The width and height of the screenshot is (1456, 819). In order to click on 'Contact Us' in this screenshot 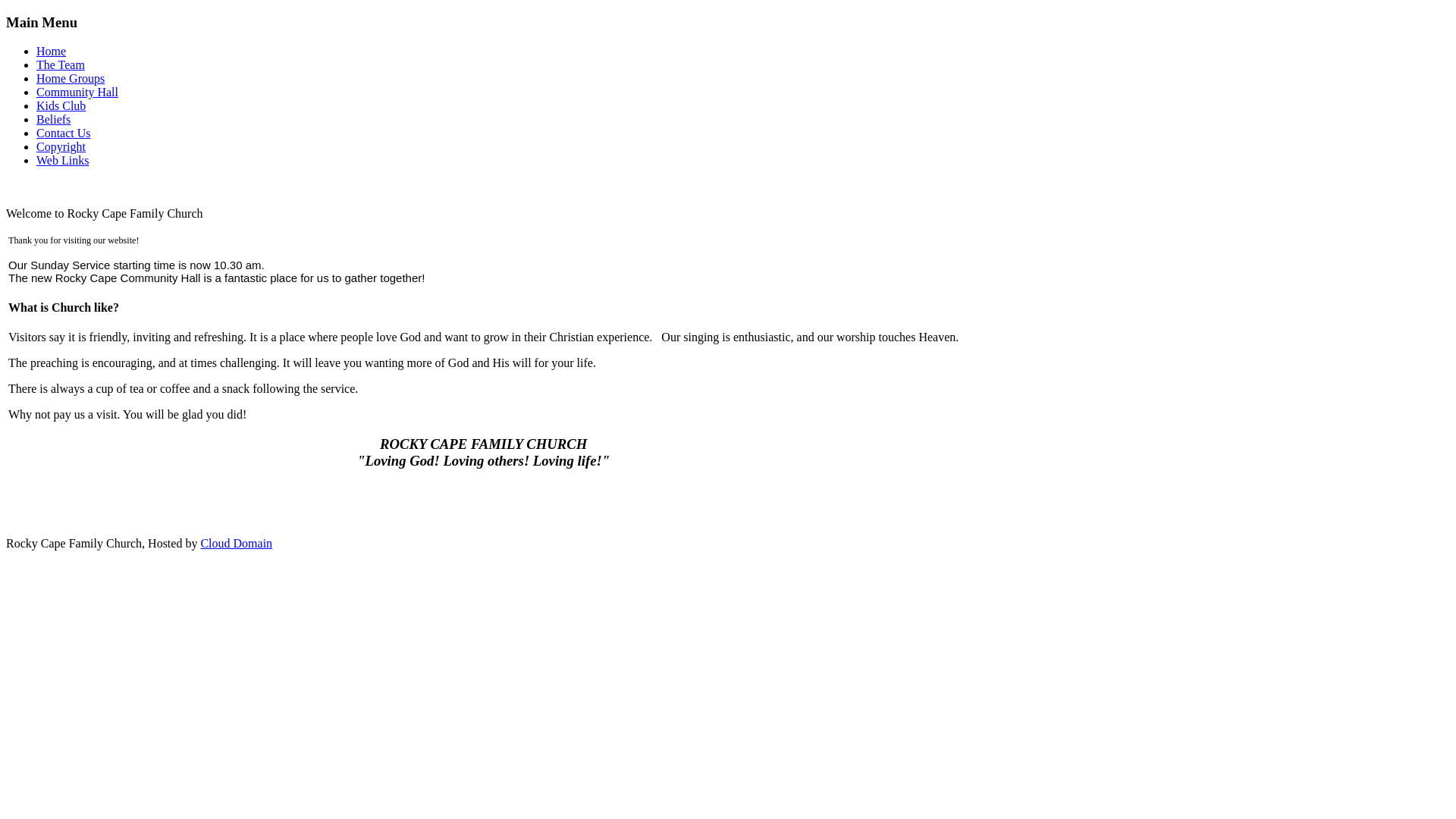, I will do `click(36, 132)`.